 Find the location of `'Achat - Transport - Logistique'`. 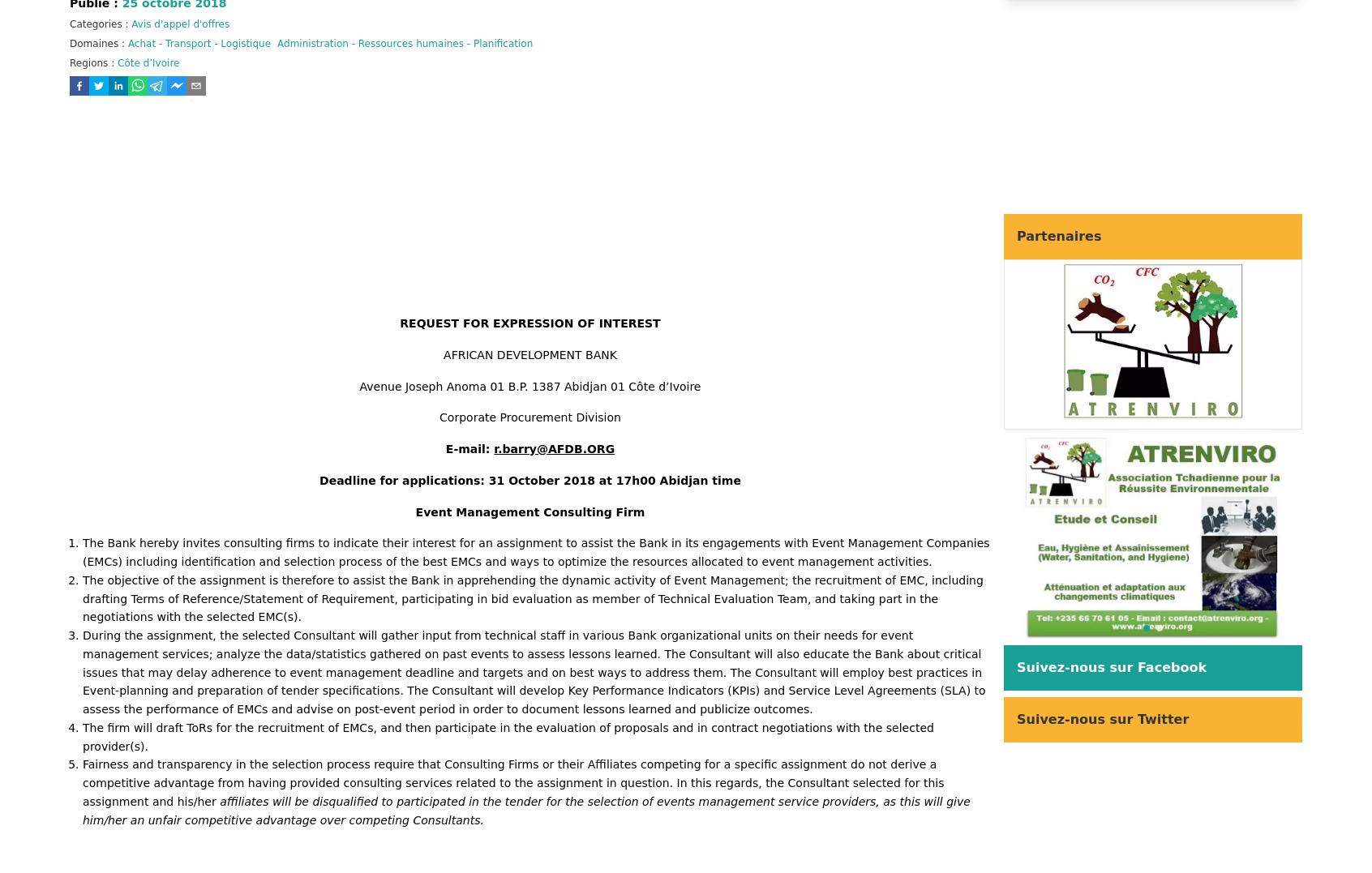

'Achat - Transport - Logistique' is located at coordinates (199, 43).